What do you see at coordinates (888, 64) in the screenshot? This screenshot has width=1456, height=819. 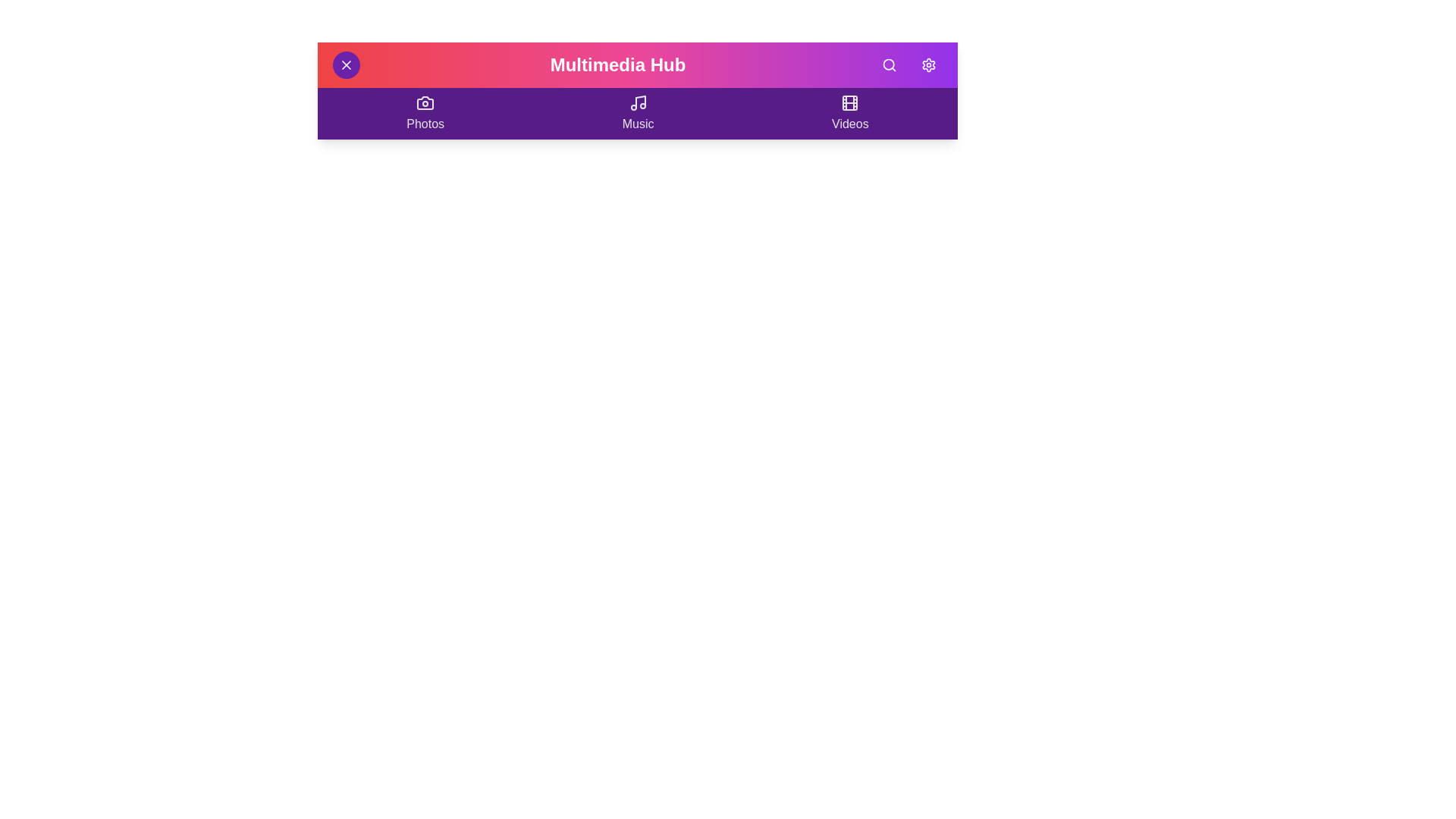 I see `the search button to initiate the search functionality` at bounding box center [888, 64].